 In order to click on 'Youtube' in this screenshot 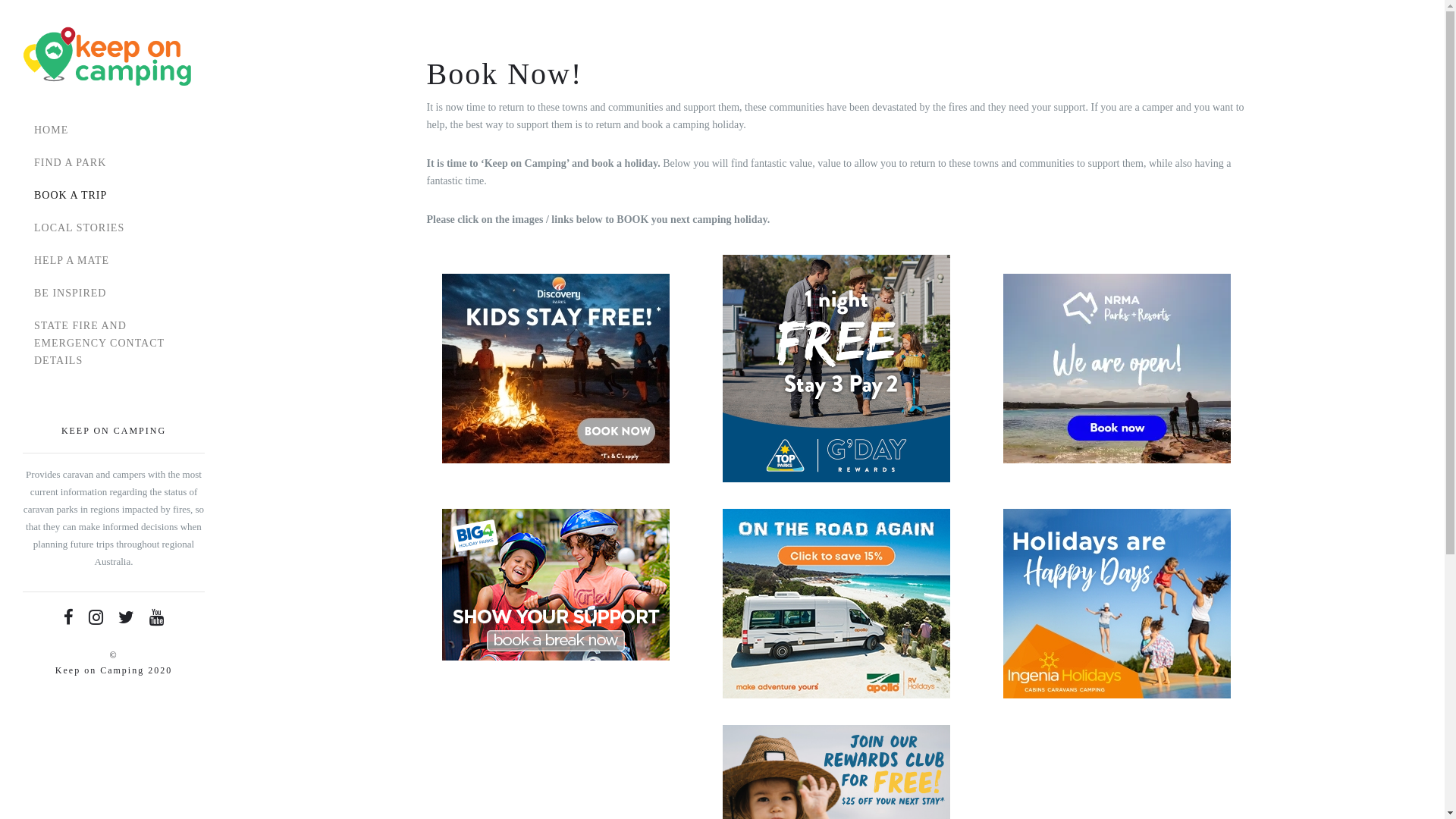, I will do `click(156, 617)`.